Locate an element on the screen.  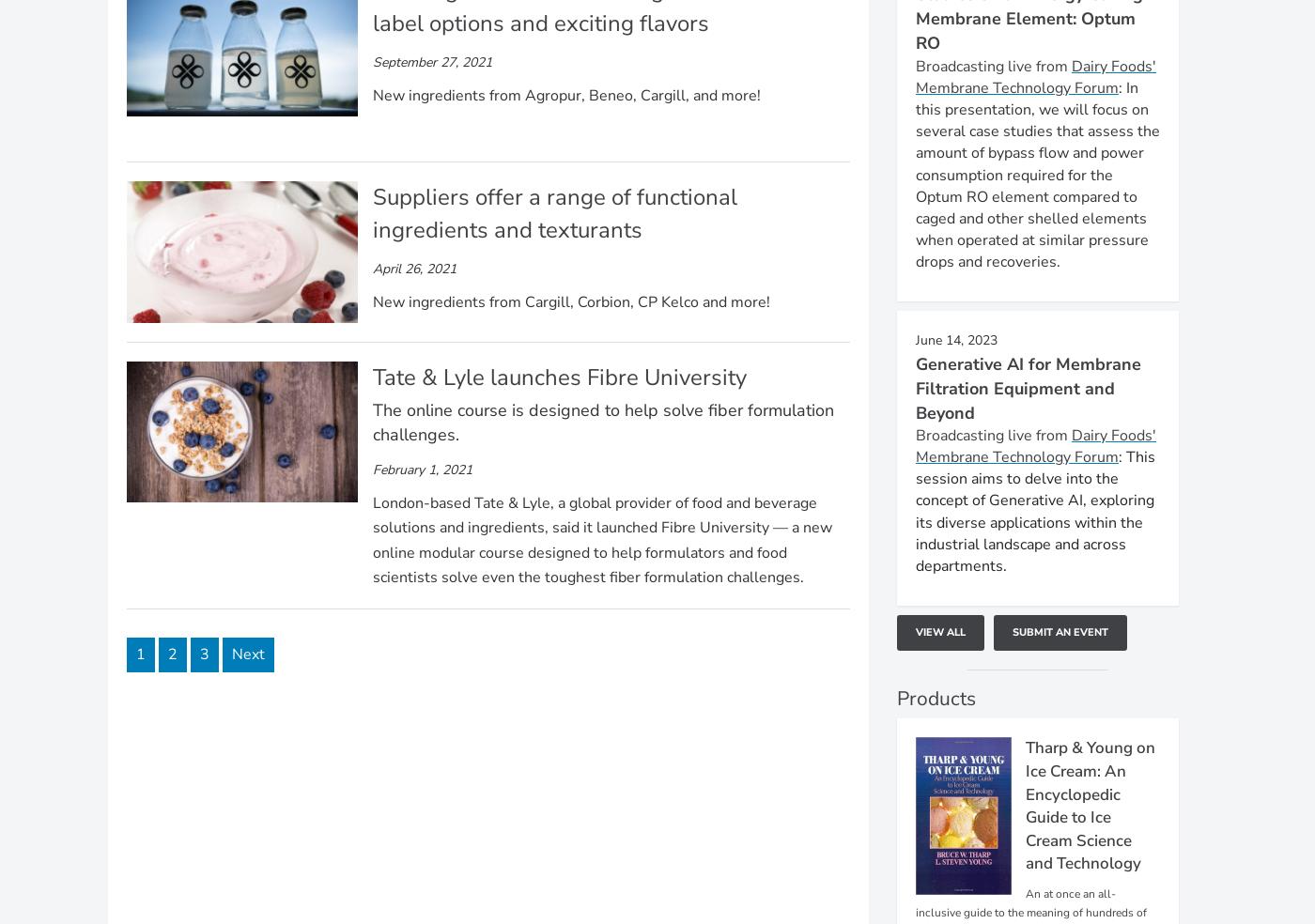
'2' is located at coordinates (168, 654).